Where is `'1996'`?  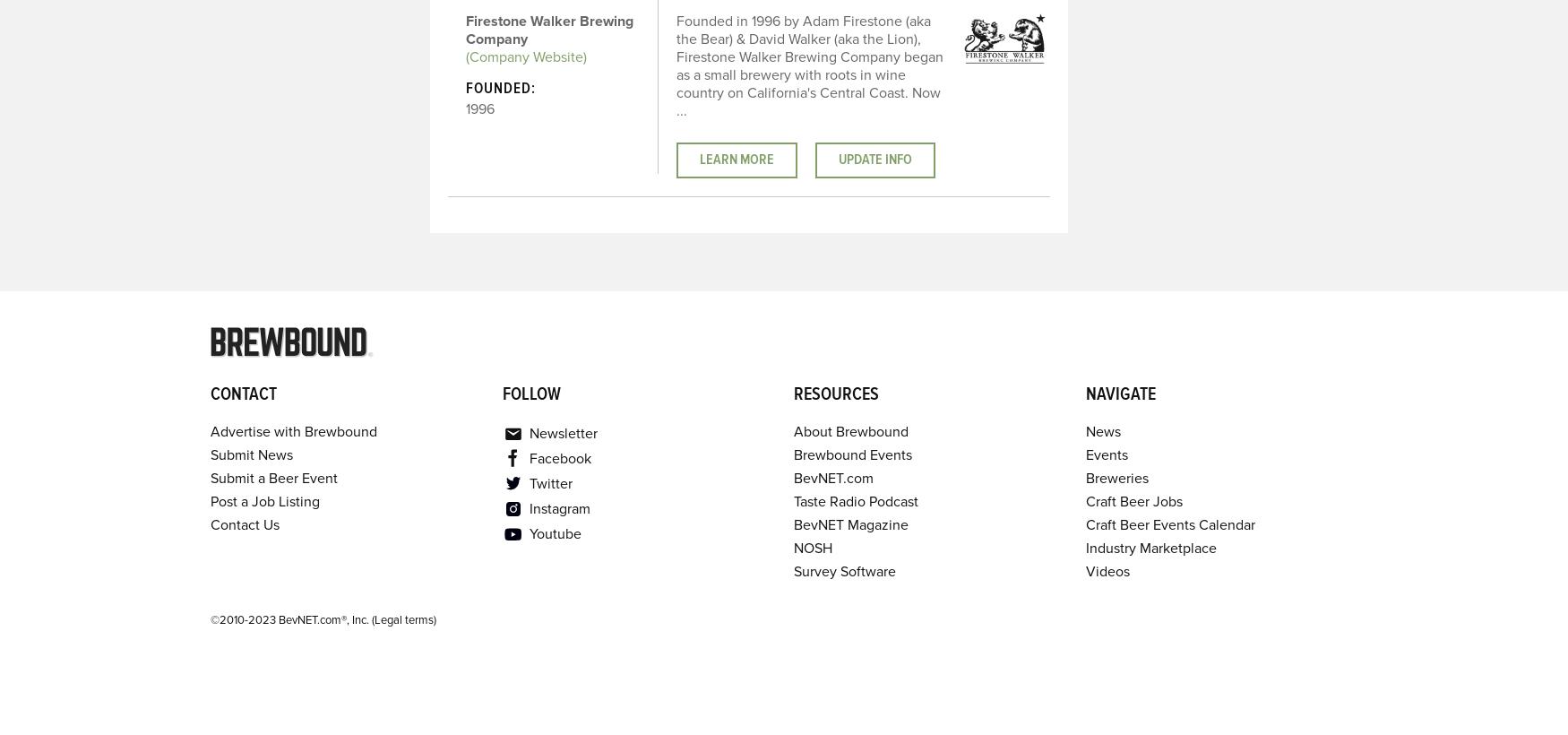
'1996' is located at coordinates (478, 108).